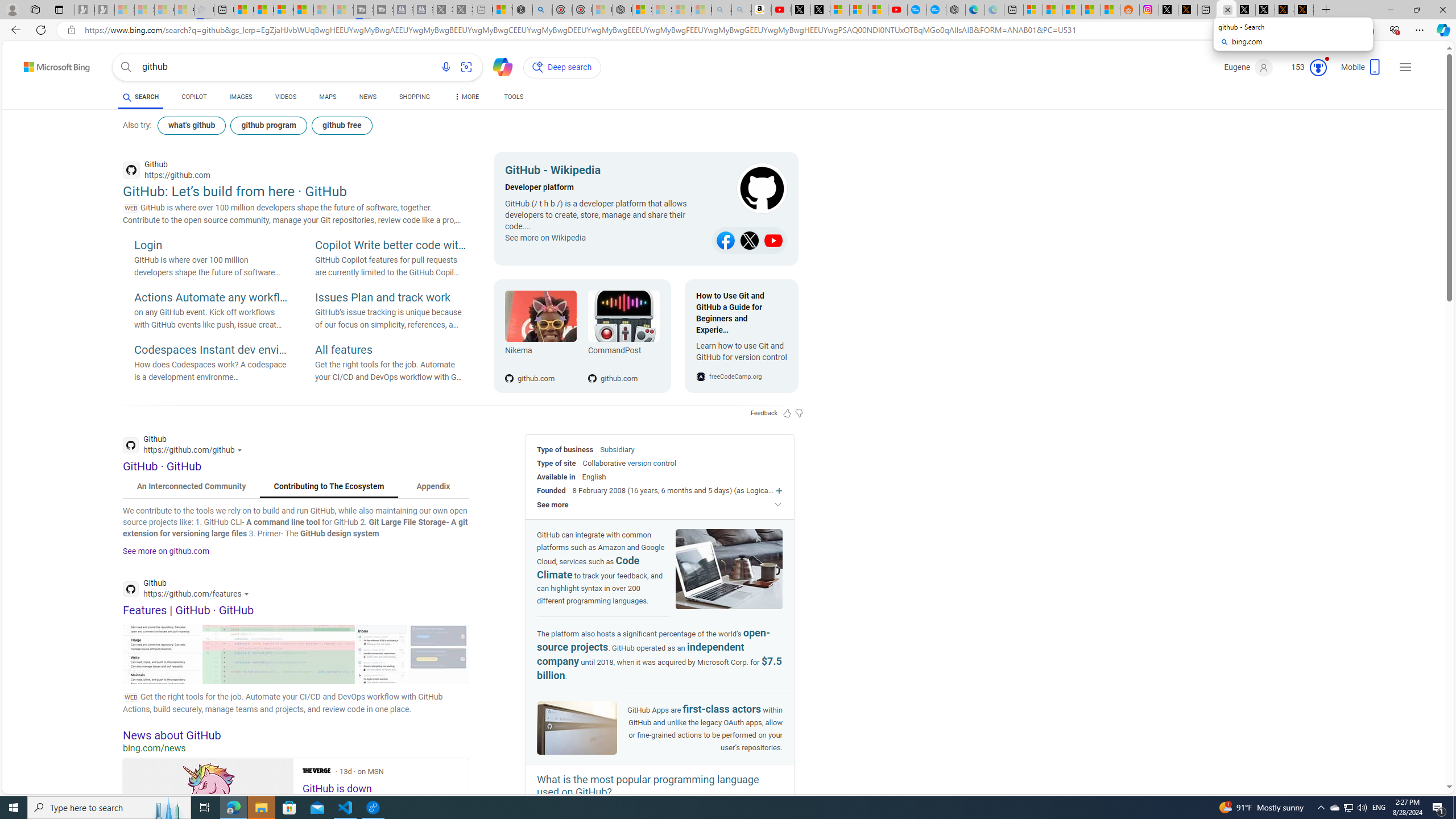 The image size is (1456, 819). I want to click on 'Shanghai, China Weather trends | Microsoft Weather', so click(1110, 9).